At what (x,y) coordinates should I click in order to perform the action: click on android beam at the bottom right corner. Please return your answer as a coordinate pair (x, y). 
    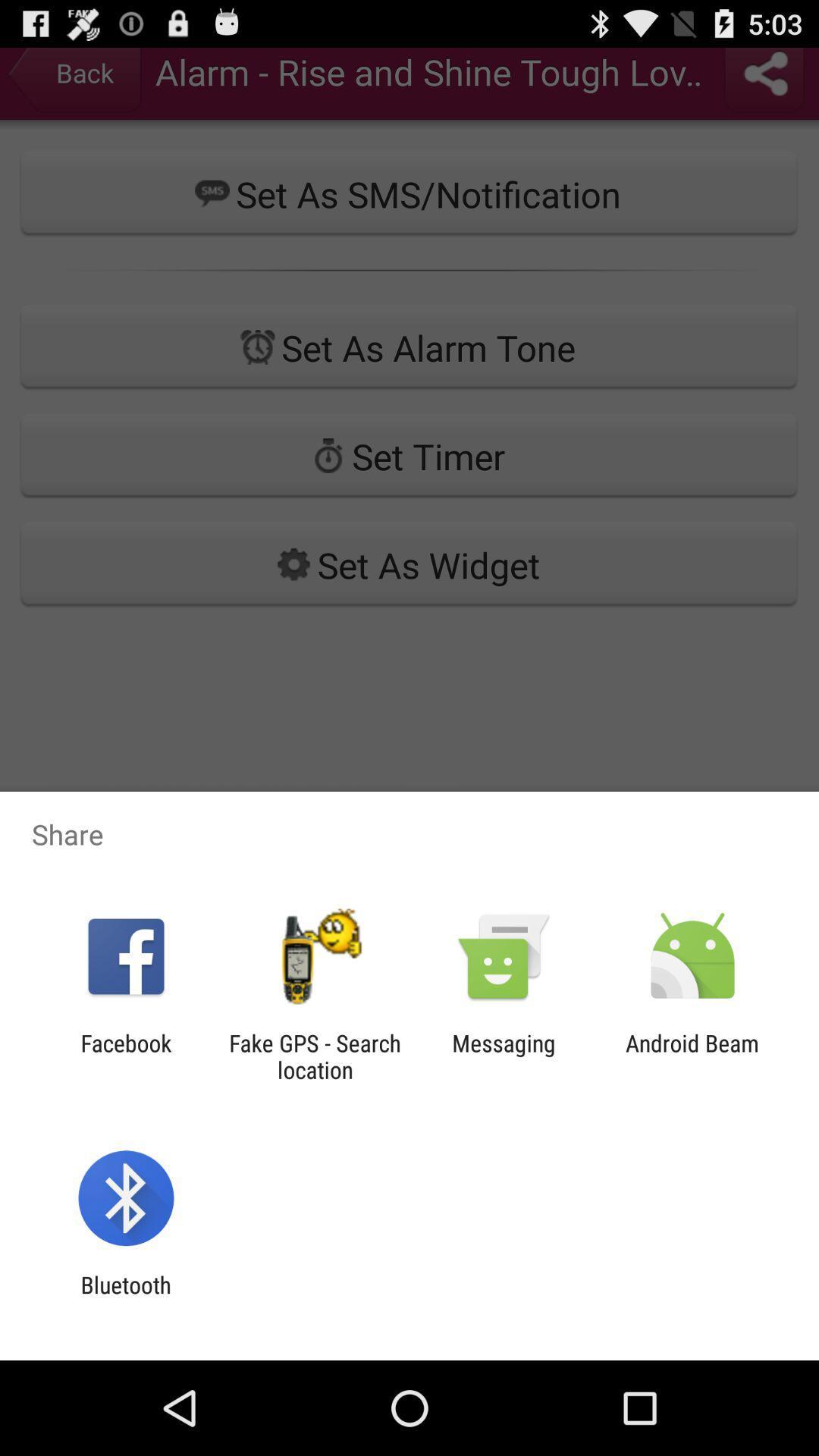
    Looking at the image, I should click on (692, 1056).